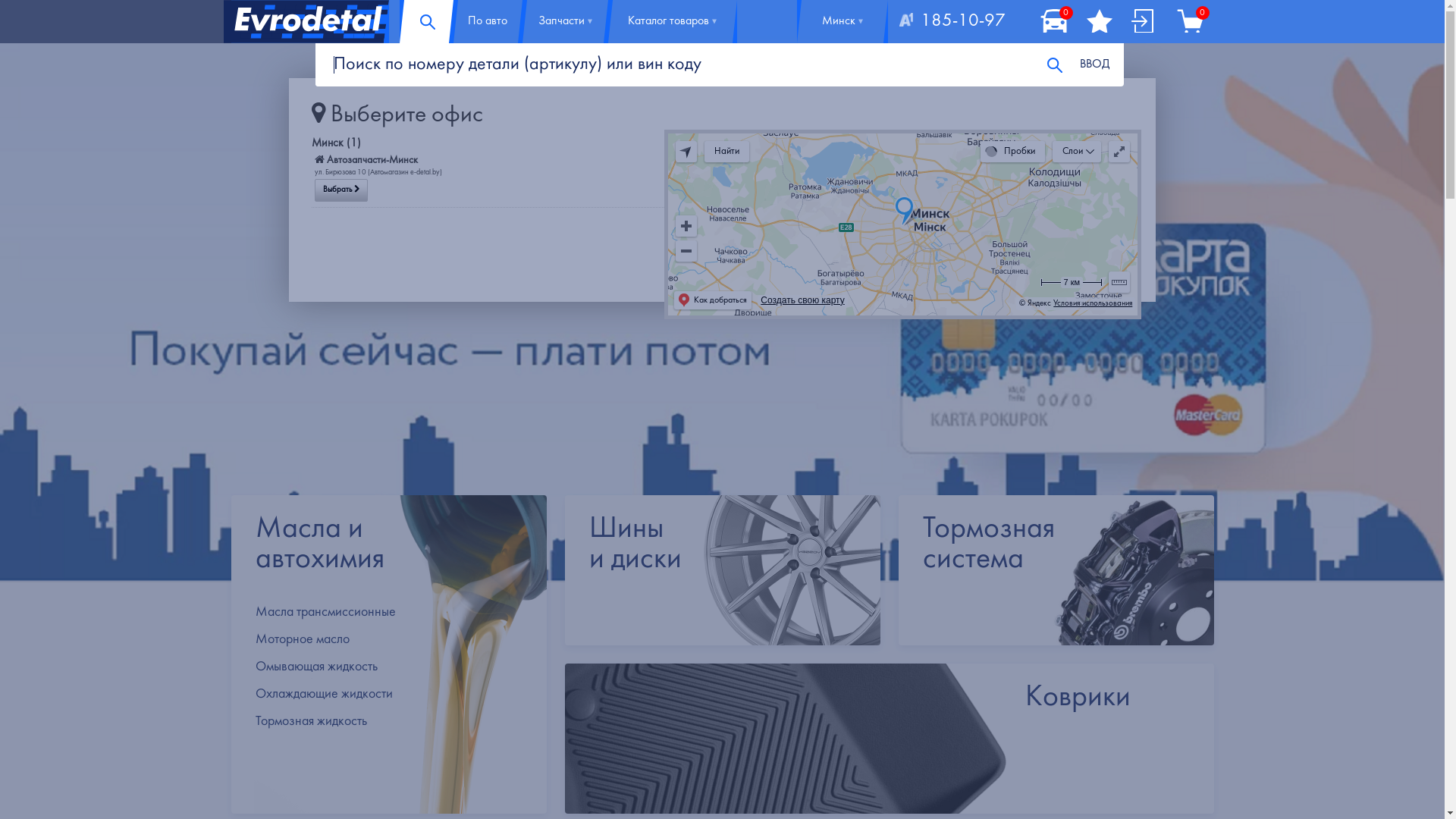  Describe the element at coordinates (950, 21) in the screenshot. I see `'185-10-97'` at that location.